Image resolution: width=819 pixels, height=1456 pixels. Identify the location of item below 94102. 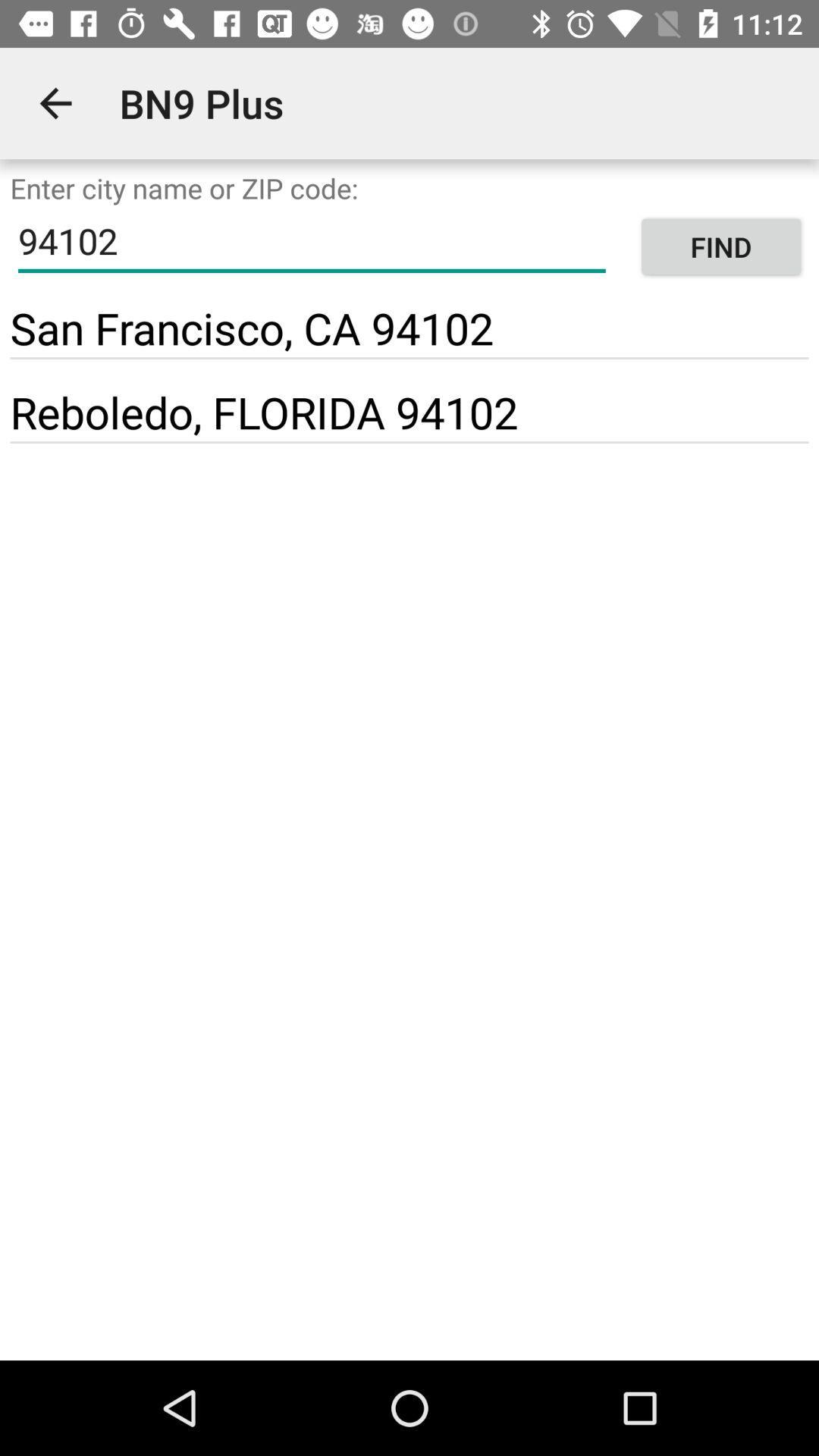
(251, 327).